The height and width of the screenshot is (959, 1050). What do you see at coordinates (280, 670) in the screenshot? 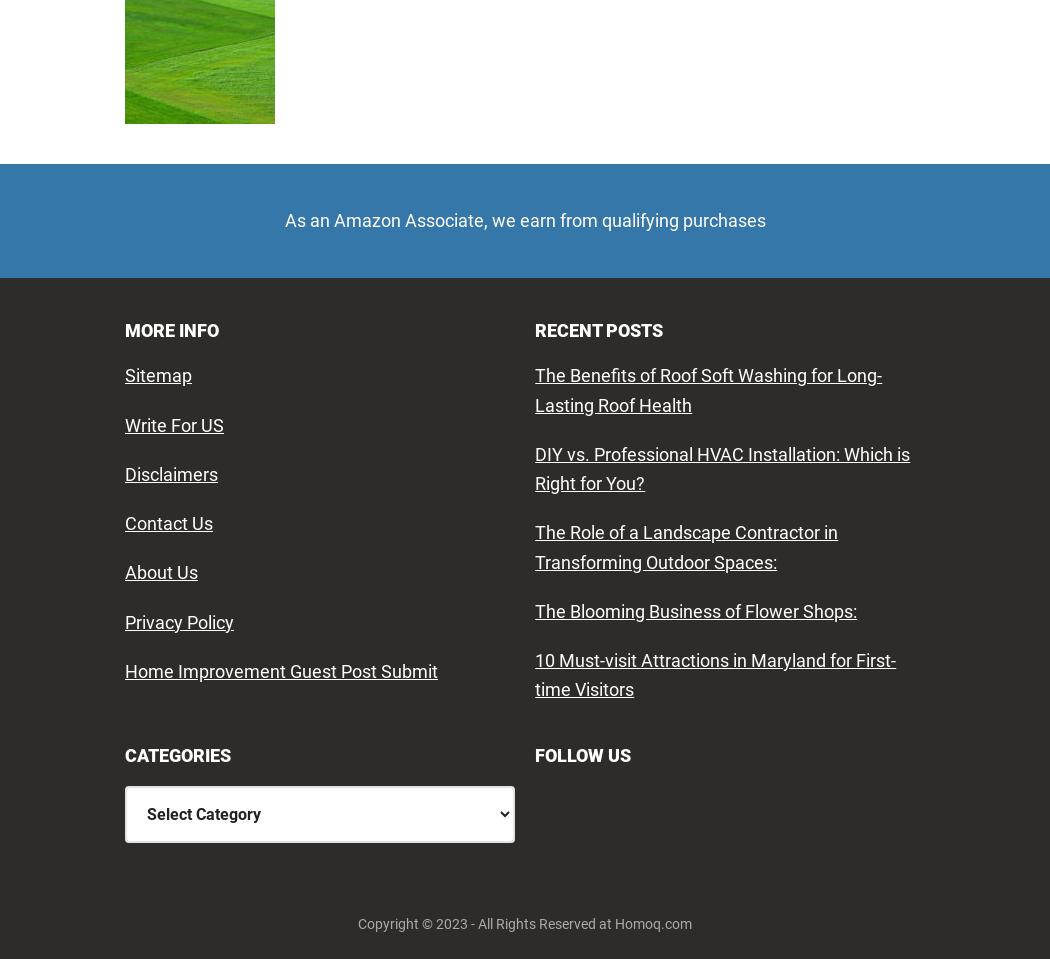
I see `'Home Improvement Guest Post Submit'` at bounding box center [280, 670].